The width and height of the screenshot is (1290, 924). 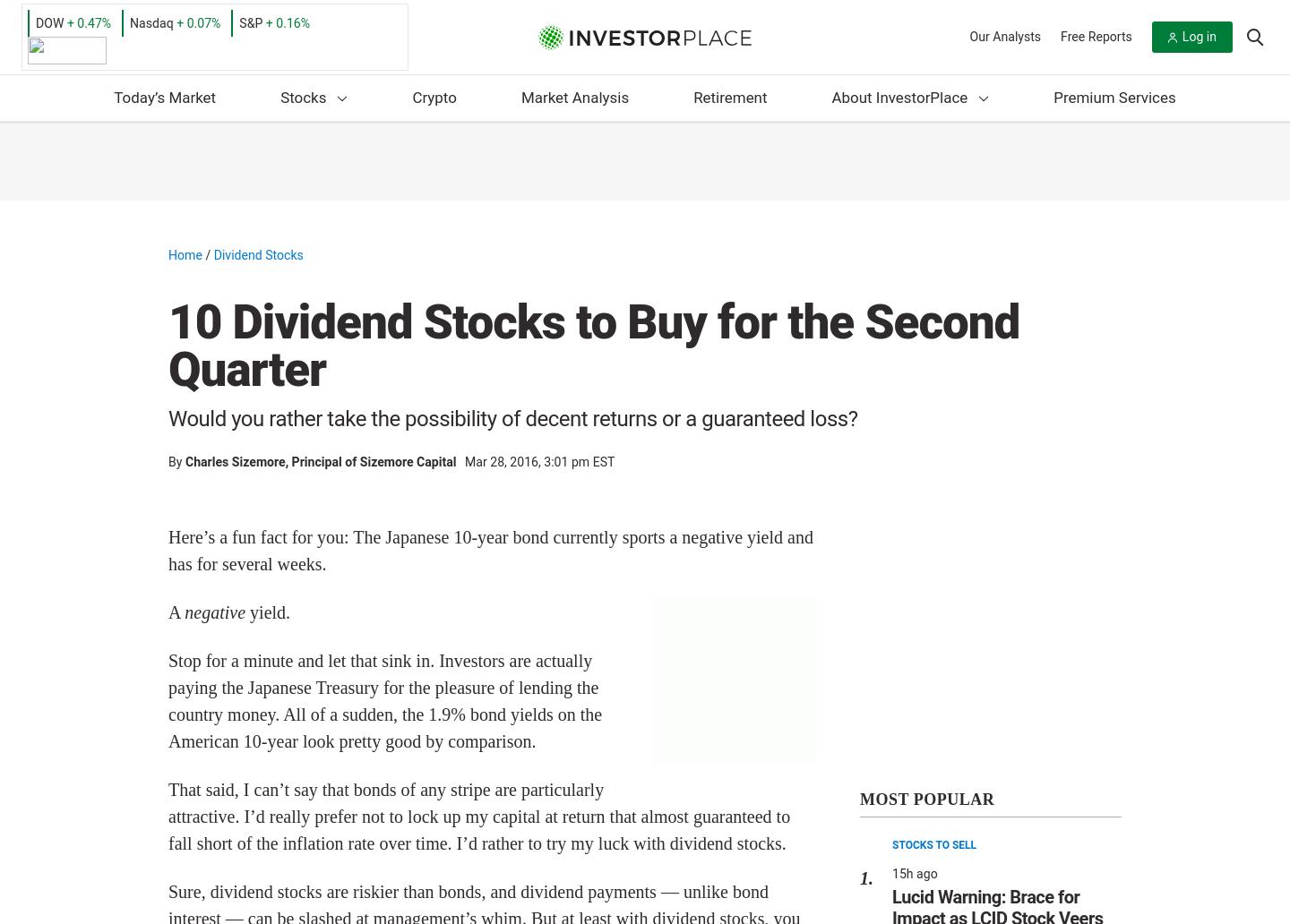 What do you see at coordinates (383, 235) in the screenshot?
I see `'Stocks to Buy'` at bounding box center [383, 235].